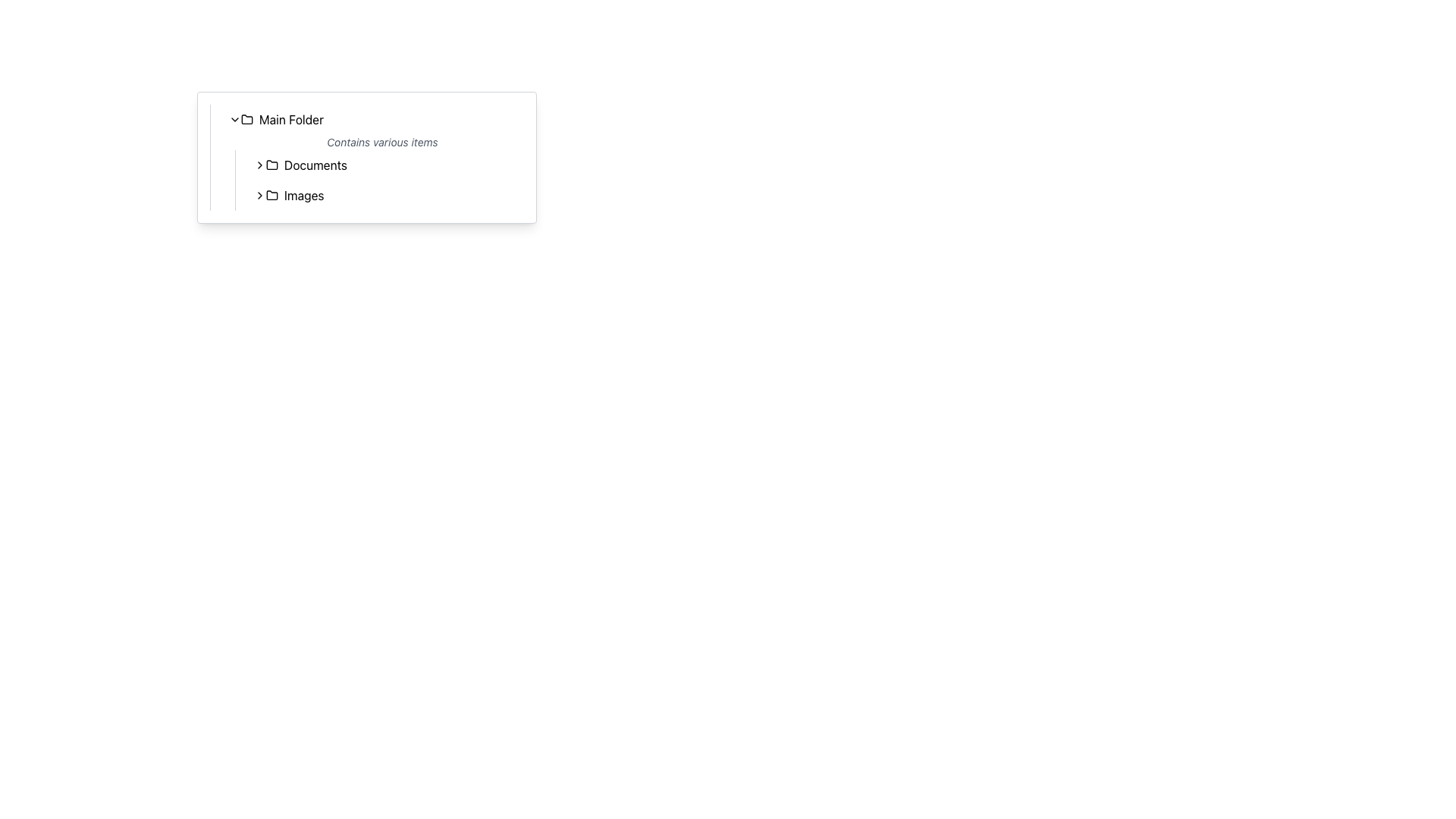  Describe the element at coordinates (385, 195) in the screenshot. I see `the second navigation link for the 'Images' folder located under 'Main Folder'` at that location.